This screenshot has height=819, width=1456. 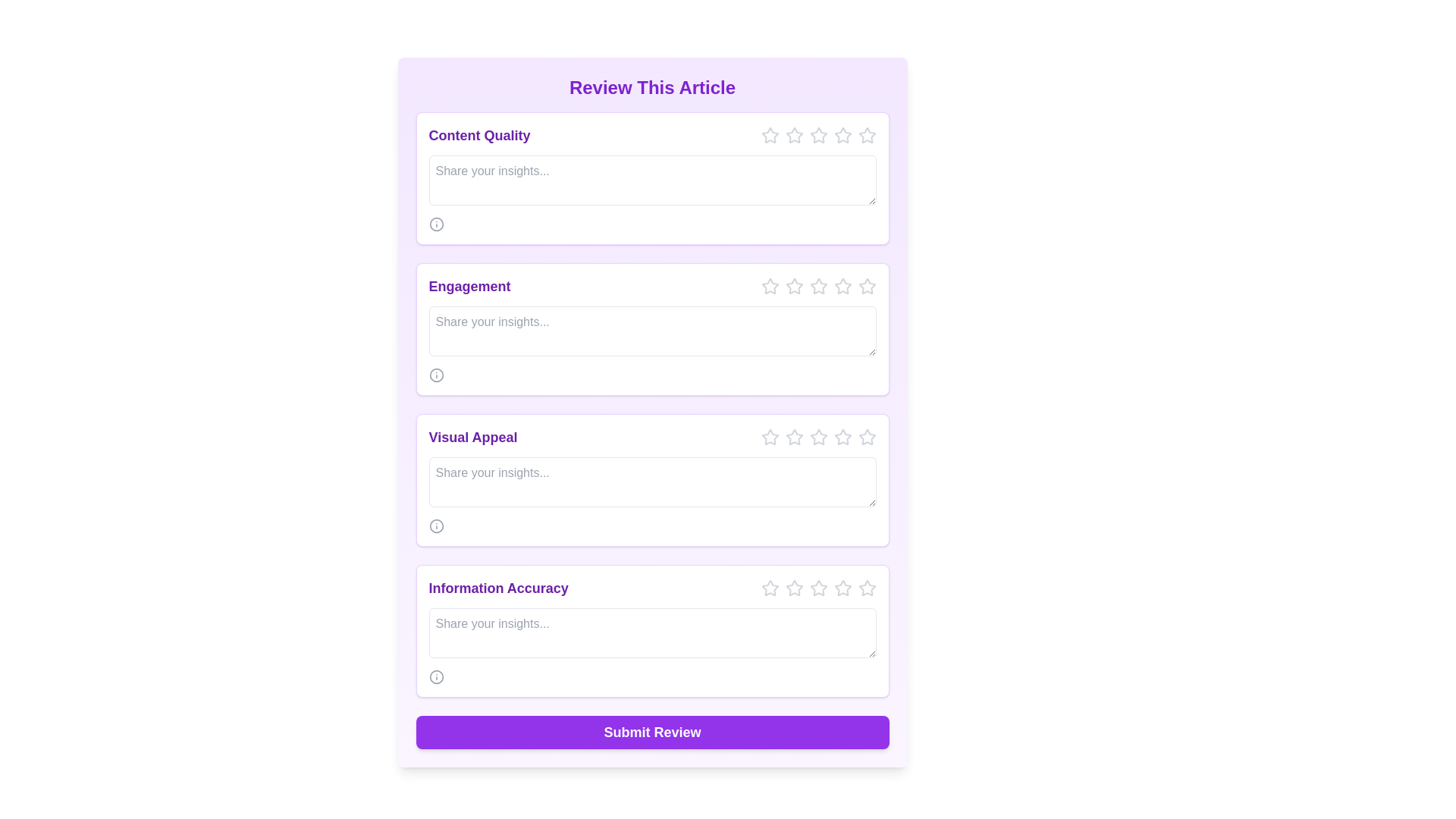 I want to click on the information icon located beneath the 'Content Quality' section header, which features a circular outer boundary and a central vertical line, to gather information, so click(x=435, y=224).